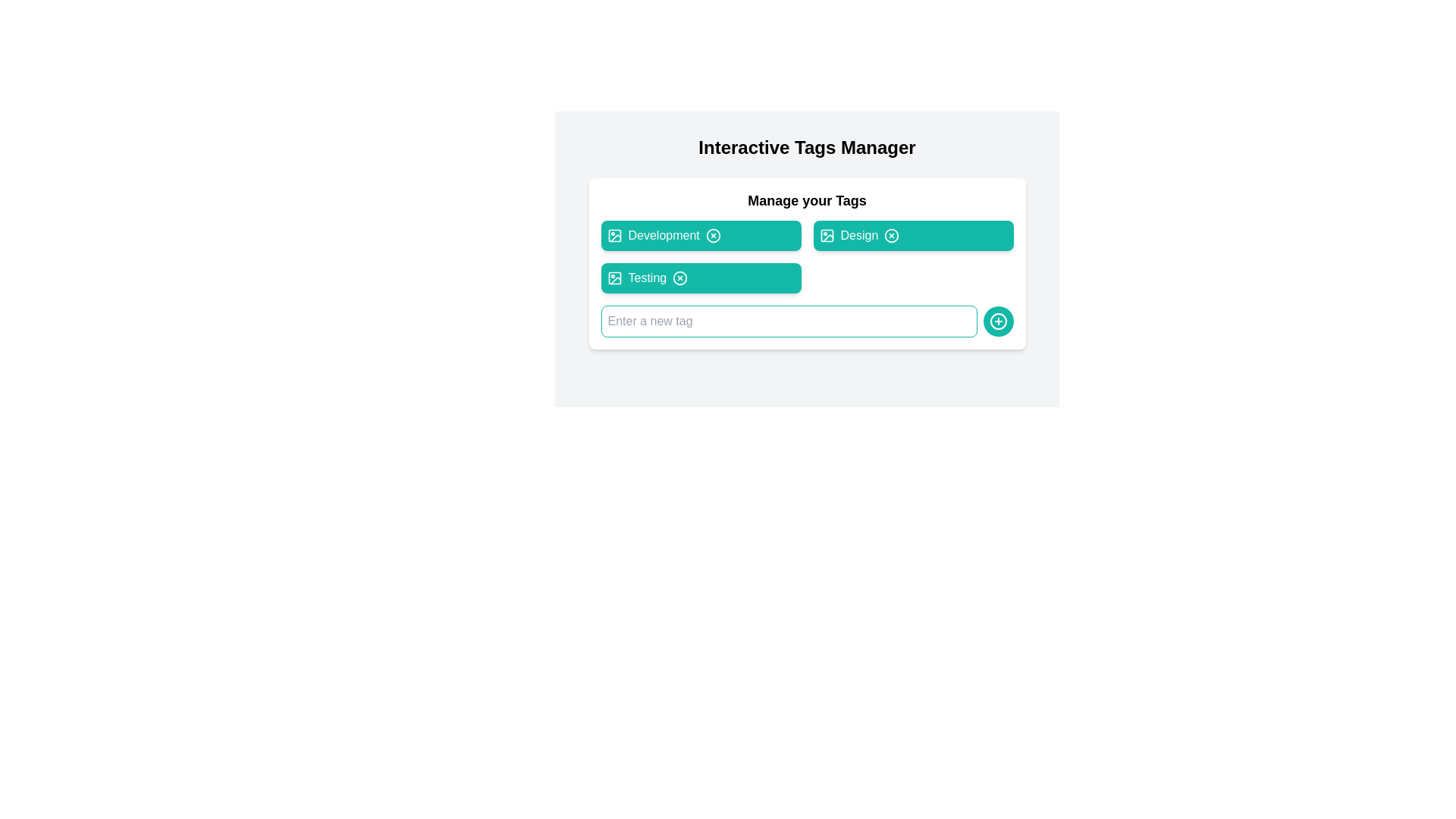 Image resolution: width=1456 pixels, height=819 pixels. I want to click on the text label that serves as a title or header for the tag management section, located at the top of a rectangular card-like area, so click(806, 200).